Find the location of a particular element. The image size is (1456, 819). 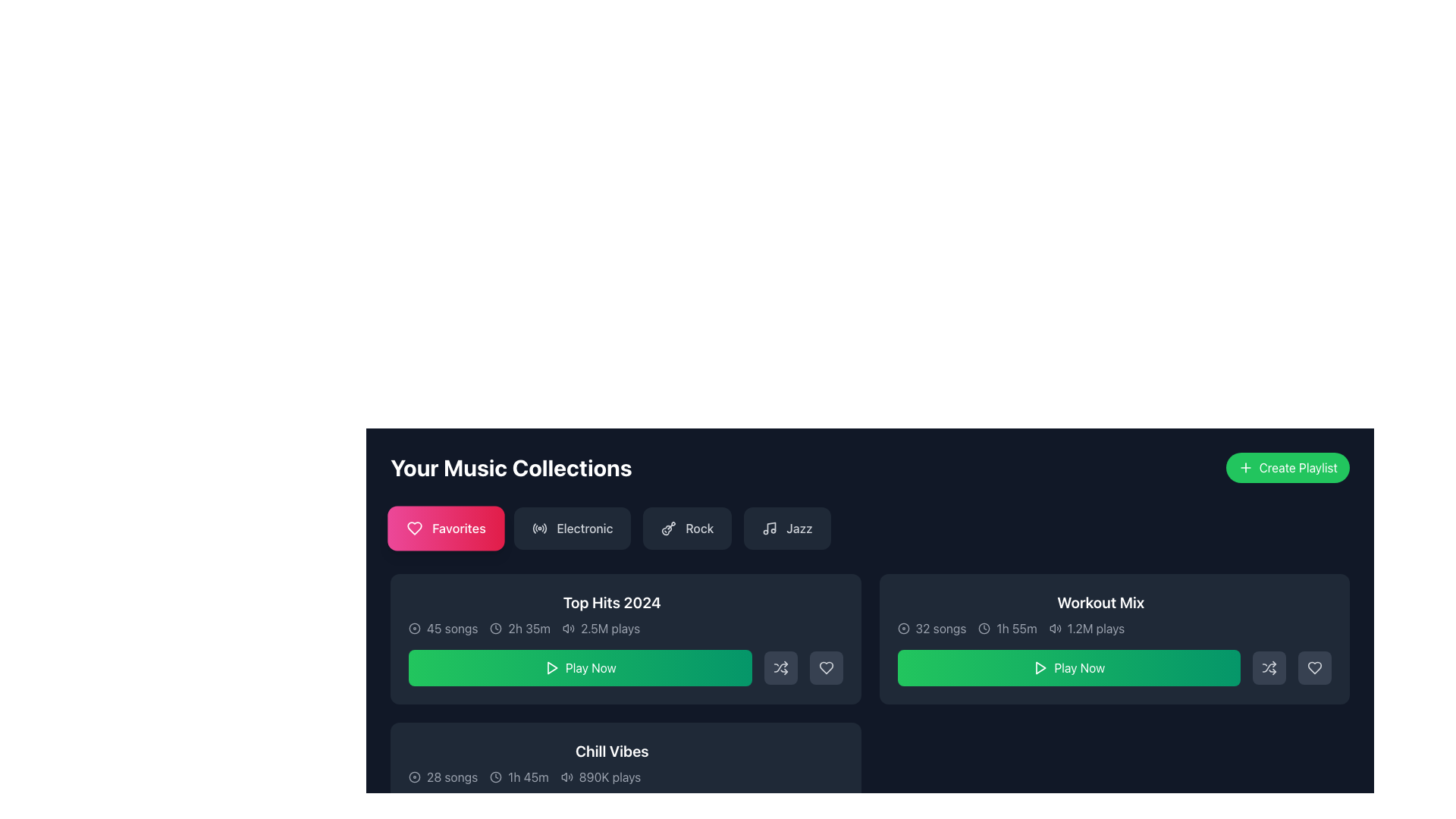

the 'shuffle' button located to the right of the 'Play Now' button is located at coordinates (780, 667).